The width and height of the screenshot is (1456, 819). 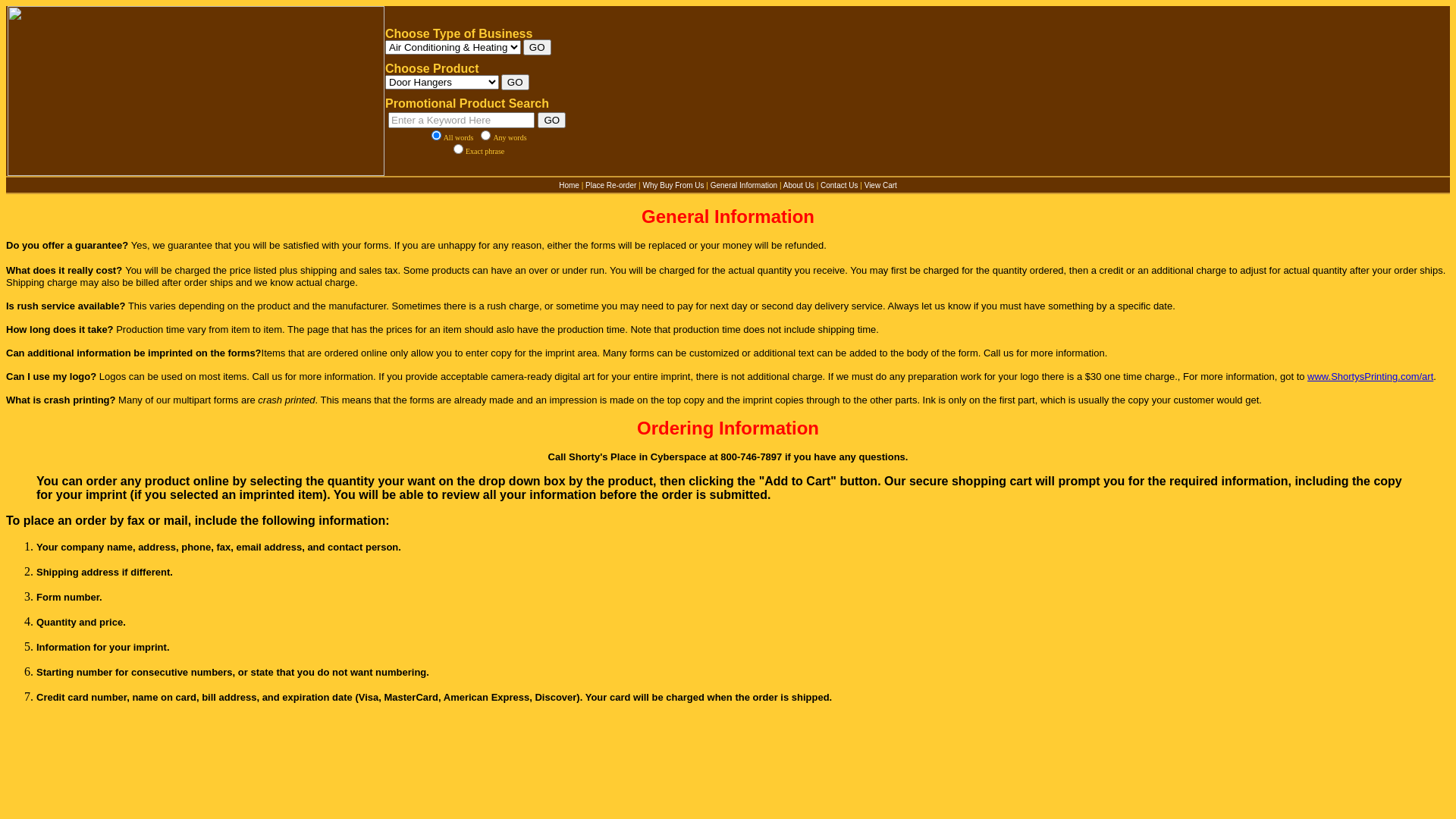 What do you see at coordinates (537, 46) in the screenshot?
I see `'GO'` at bounding box center [537, 46].